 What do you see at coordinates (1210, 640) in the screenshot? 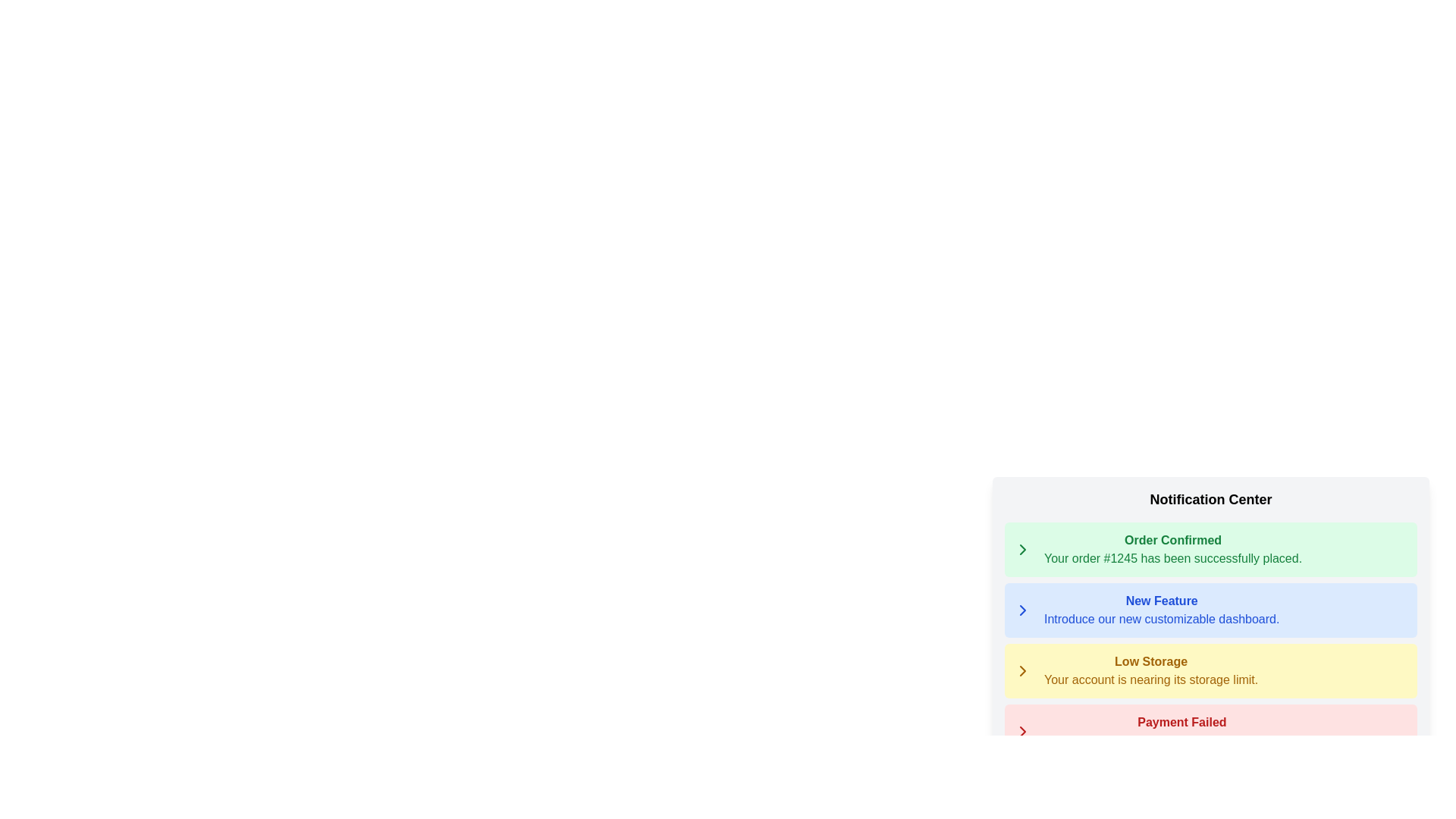
I see `the yellow informational notification box displaying 'Low Storage' with the message 'Your account is nearing its storage limit.'` at bounding box center [1210, 640].